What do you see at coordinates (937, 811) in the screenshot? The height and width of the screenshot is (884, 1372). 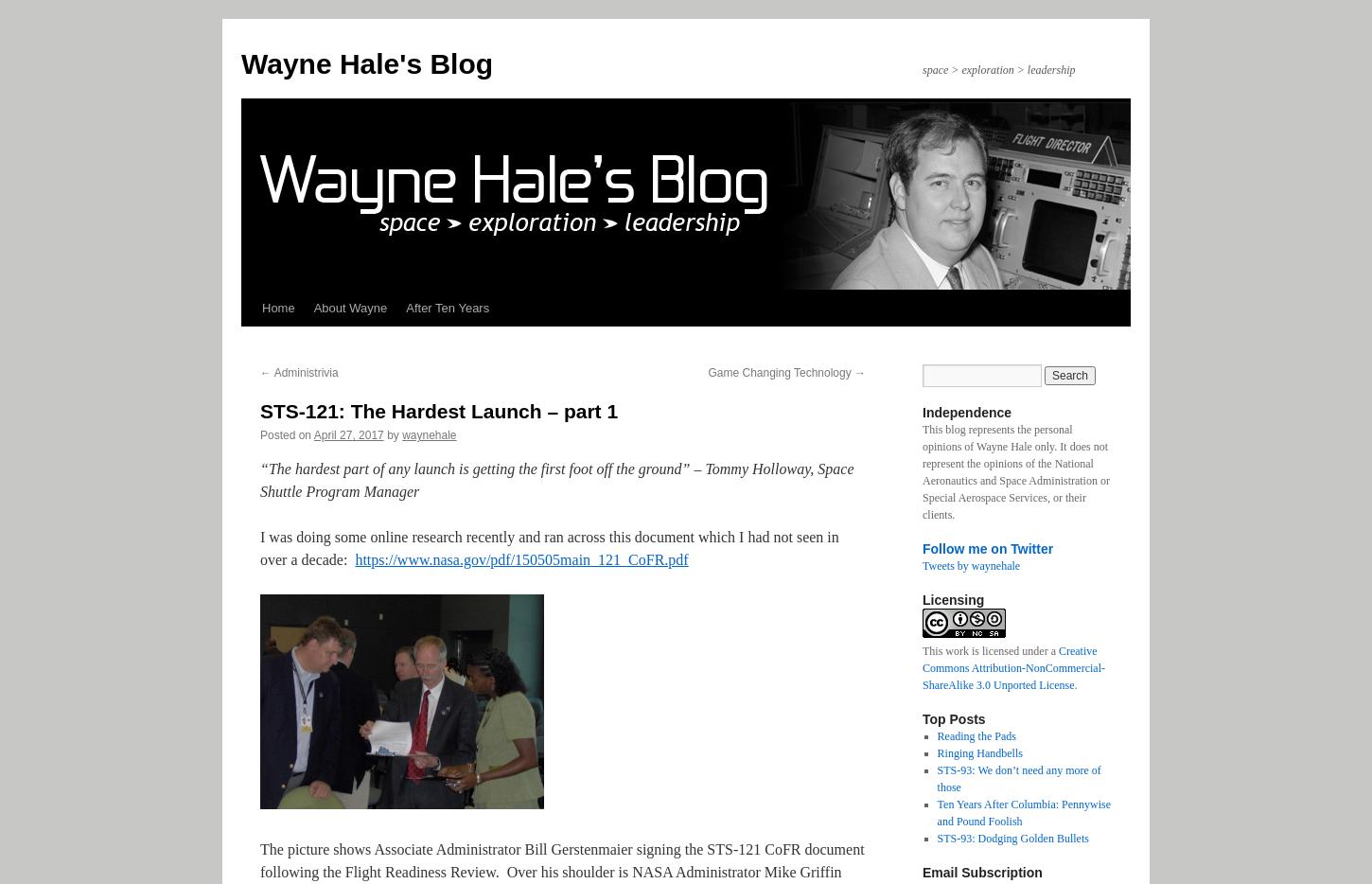 I see `'Ten Years After Columbia:  Pennywise and Pound Foolish'` at bounding box center [937, 811].